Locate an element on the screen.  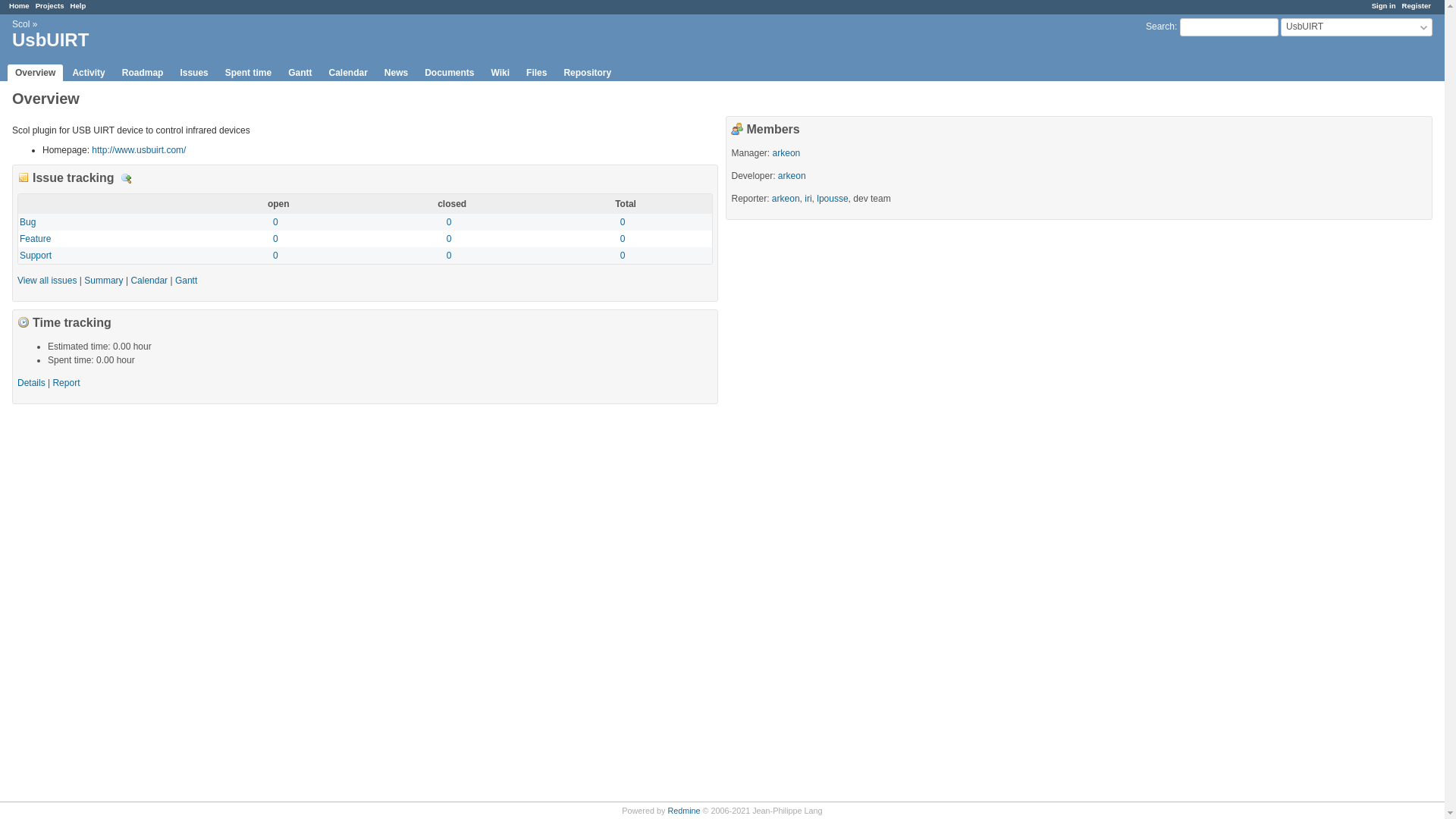
'Projects' is located at coordinates (50, 5).